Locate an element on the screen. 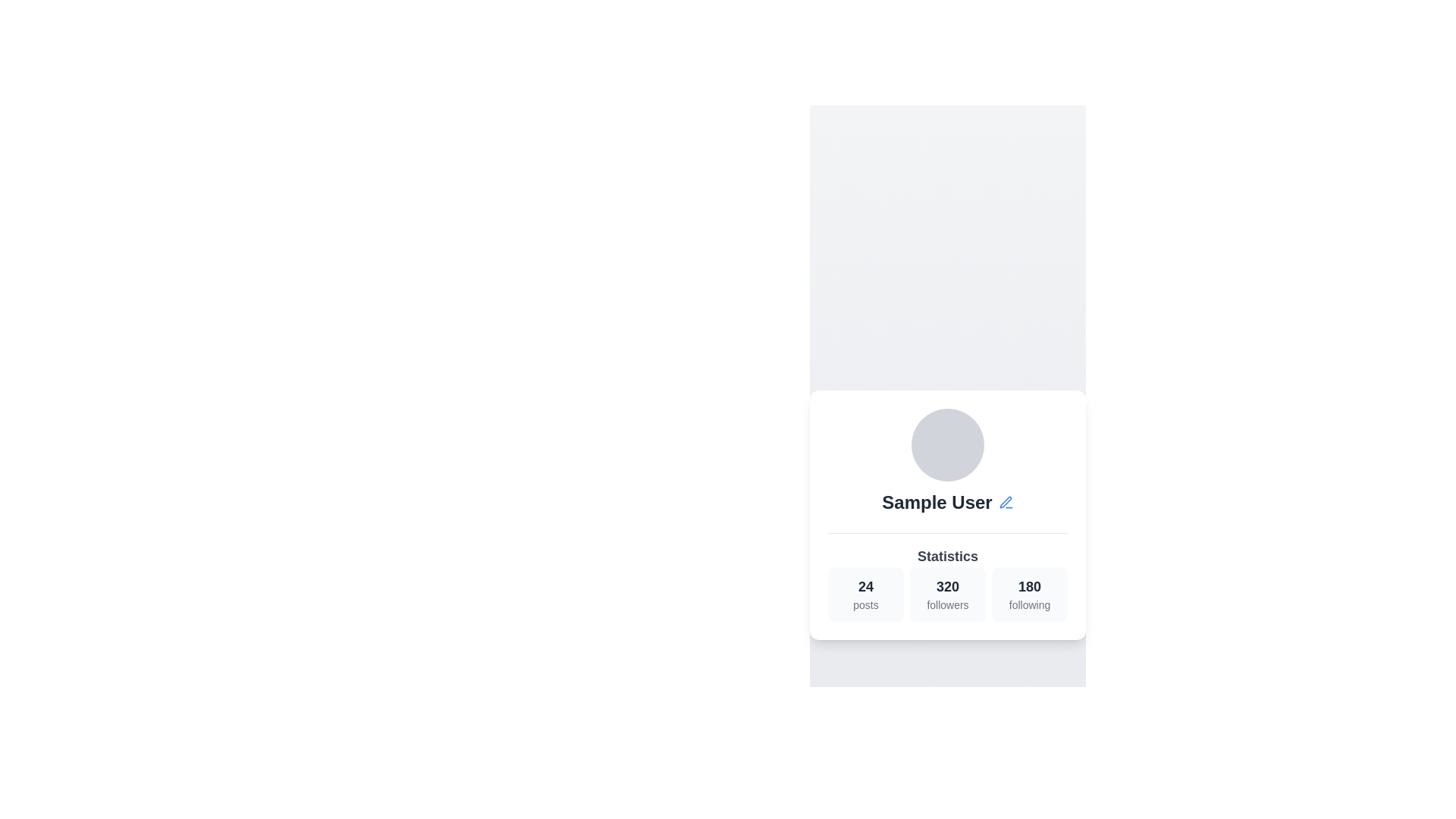 The height and width of the screenshot is (819, 1456). the static text label displaying 'followers', which is centrally aligned below the bold number '320' in the user metrics summary card is located at coordinates (946, 604).